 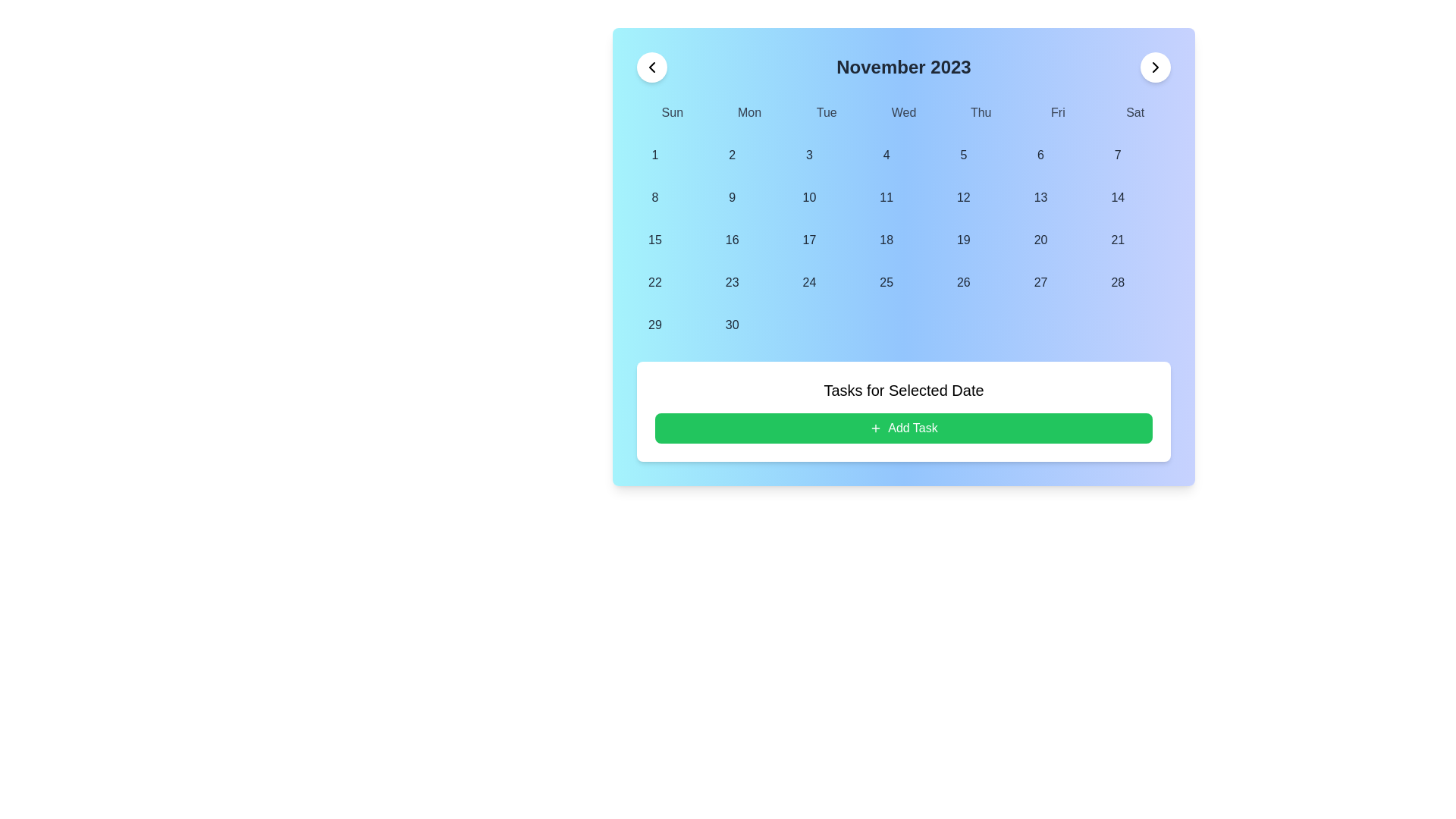 What do you see at coordinates (1154, 66) in the screenshot?
I see `the right-facing chevron icon located within the circular button in the top-right corner of the calendar interface` at bounding box center [1154, 66].